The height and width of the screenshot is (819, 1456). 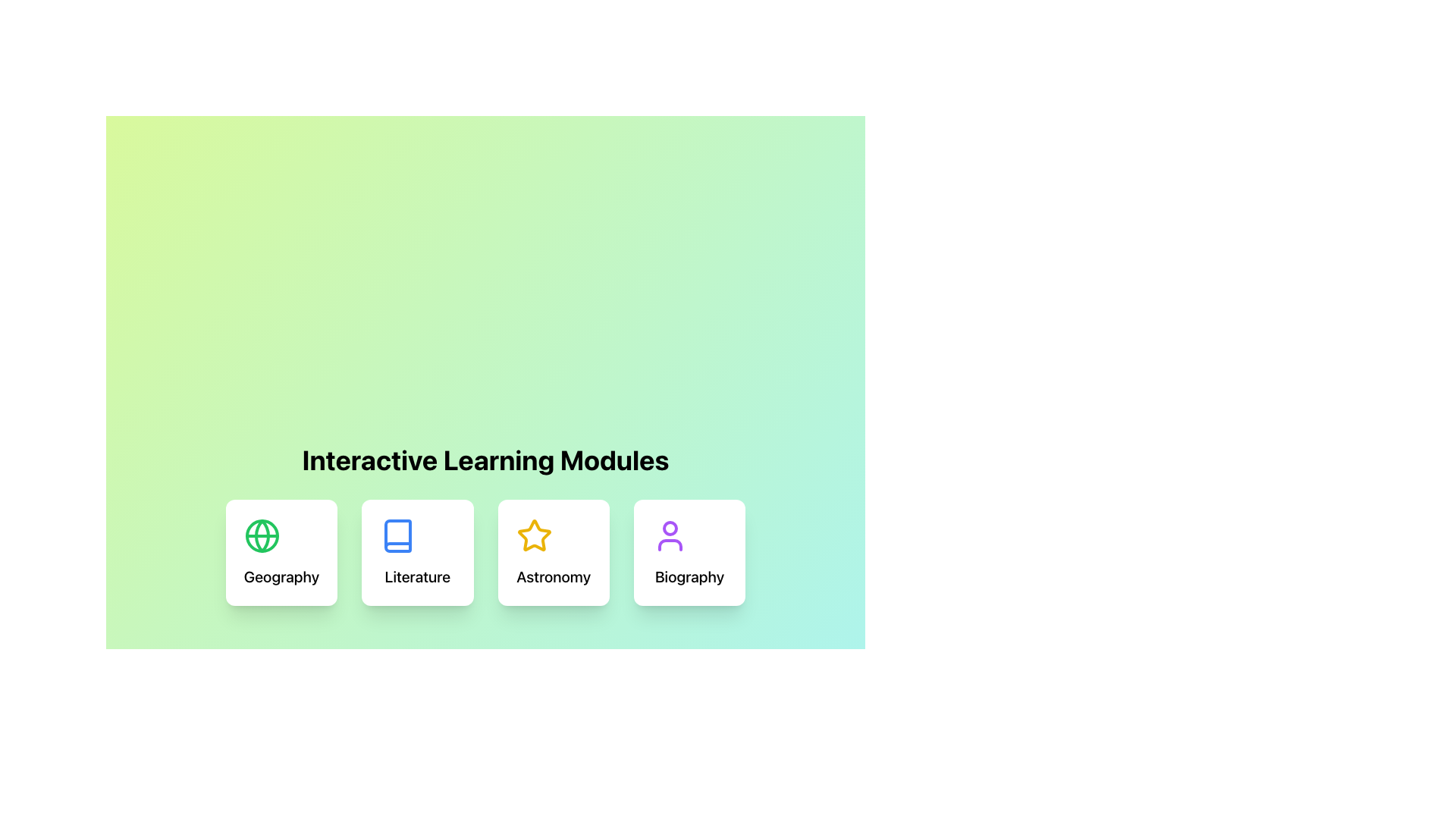 I want to click on the Interactive Card labeled 'Biography', so click(x=689, y=553).